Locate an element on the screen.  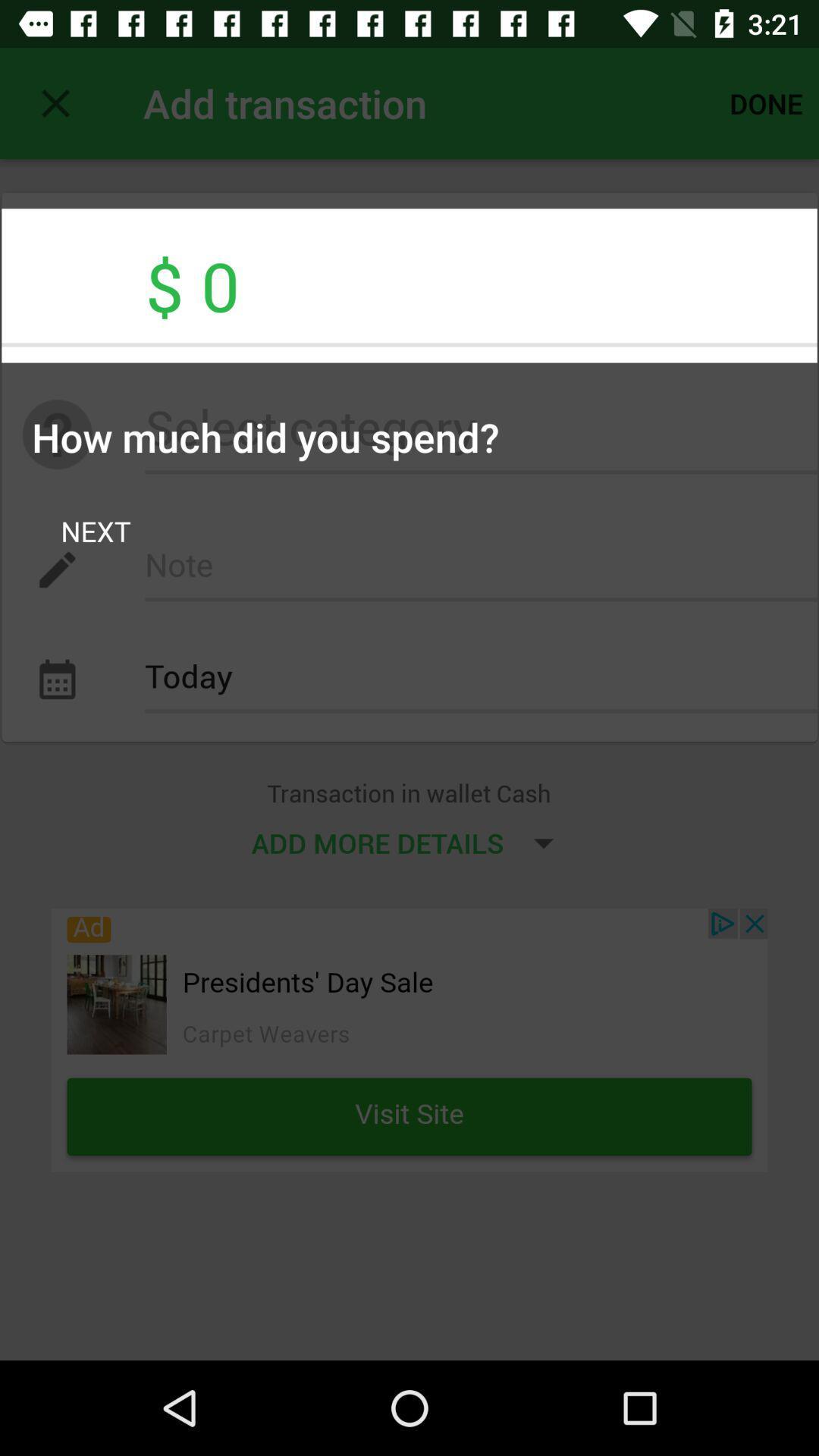
done item is located at coordinates (766, 102).